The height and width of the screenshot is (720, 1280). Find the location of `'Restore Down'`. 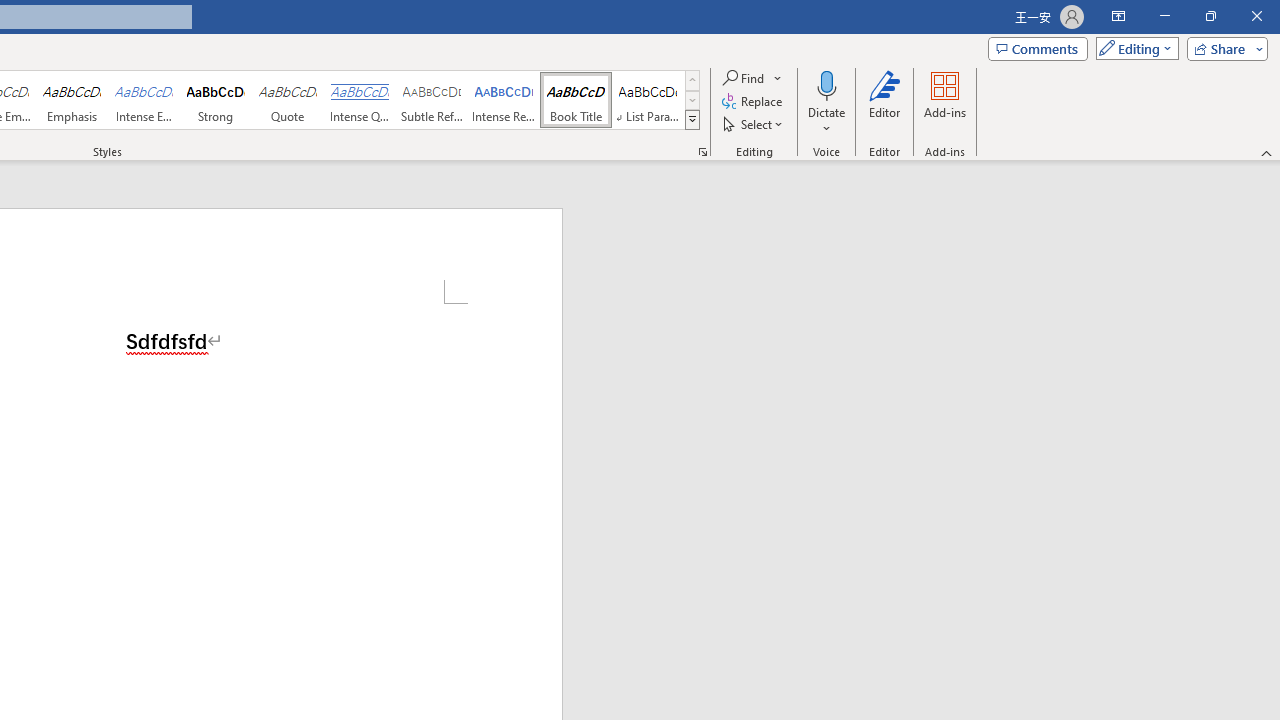

'Restore Down' is located at coordinates (1209, 16).